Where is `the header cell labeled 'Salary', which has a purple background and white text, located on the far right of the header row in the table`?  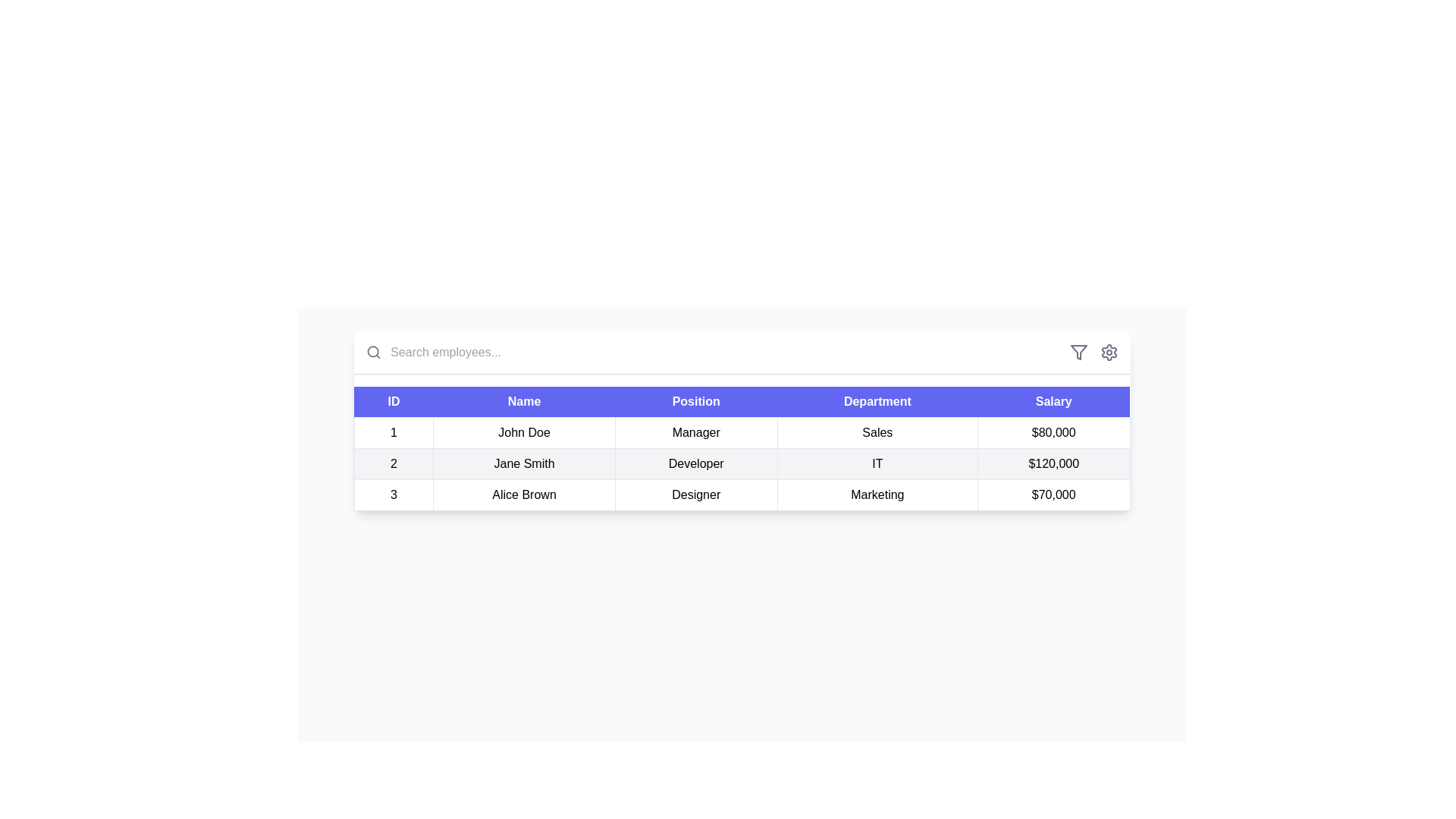
the header cell labeled 'Salary', which has a purple background and white text, located on the far right of the header row in the table is located at coordinates (1053, 401).